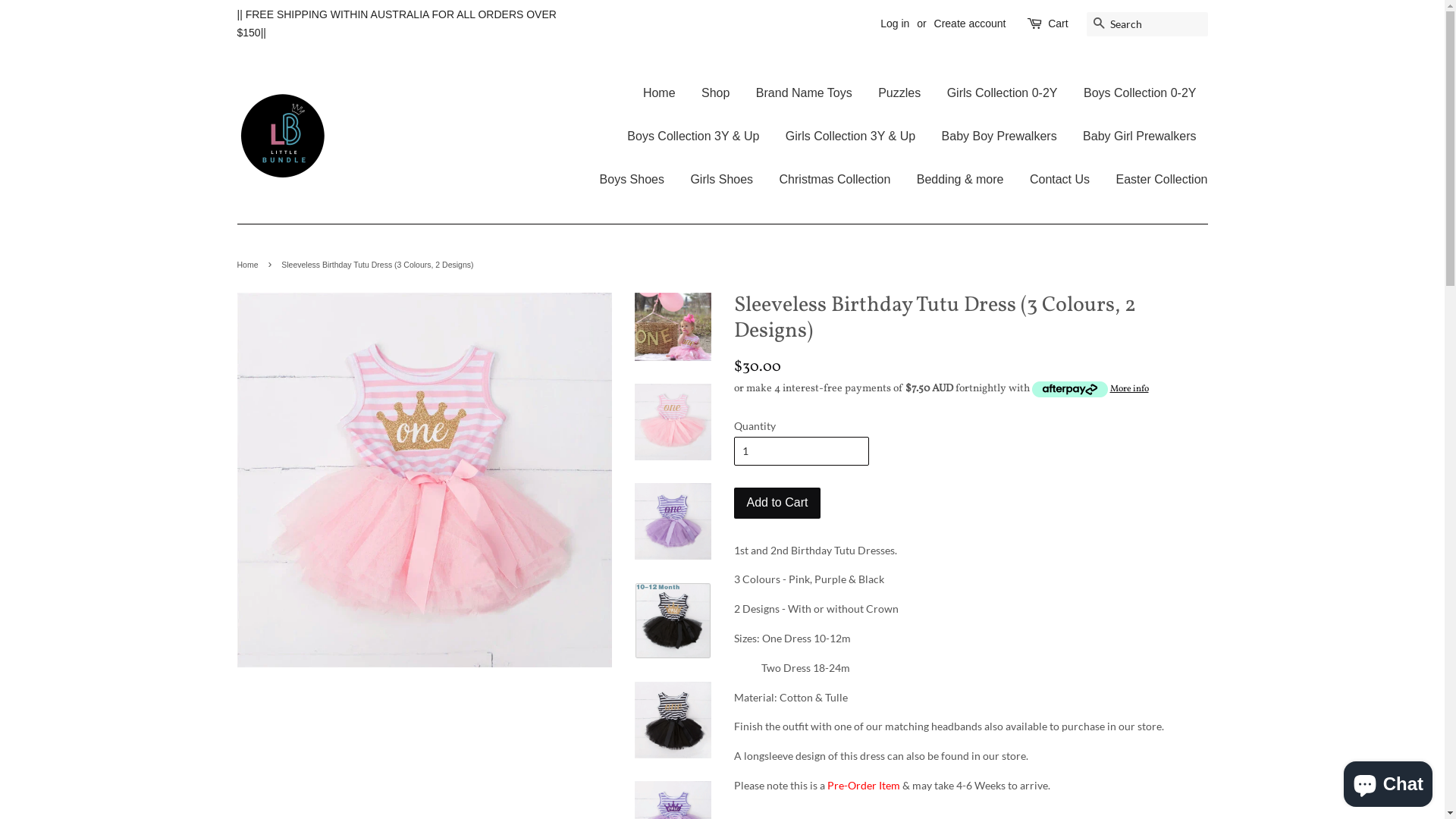 Image resolution: width=1456 pixels, height=819 pixels. What do you see at coordinates (803, 93) in the screenshot?
I see `'Brand Name Toys'` at bounding box center [803, 93].